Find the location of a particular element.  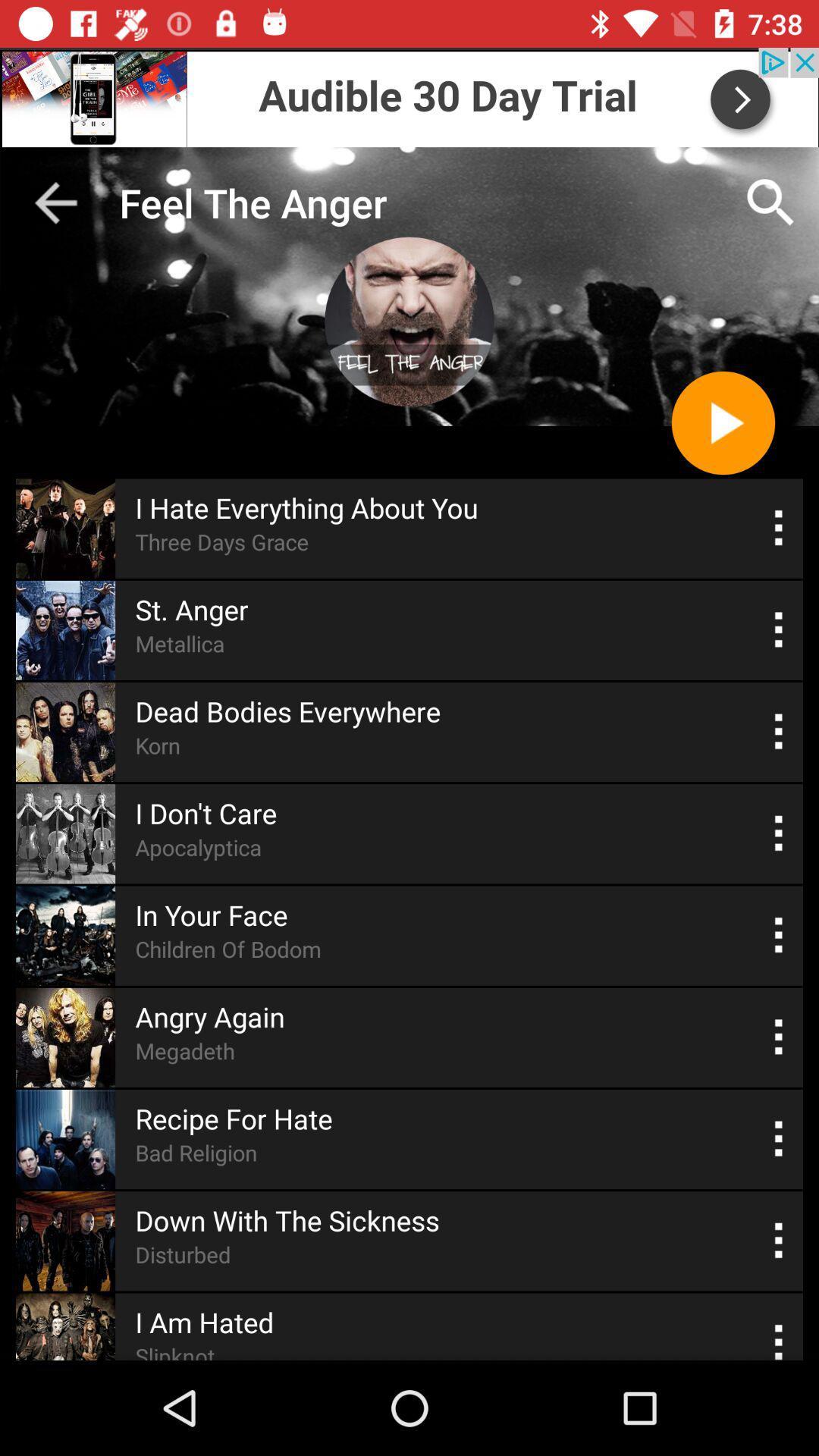

audible 30 day trial is located at coordinates (409, 96).